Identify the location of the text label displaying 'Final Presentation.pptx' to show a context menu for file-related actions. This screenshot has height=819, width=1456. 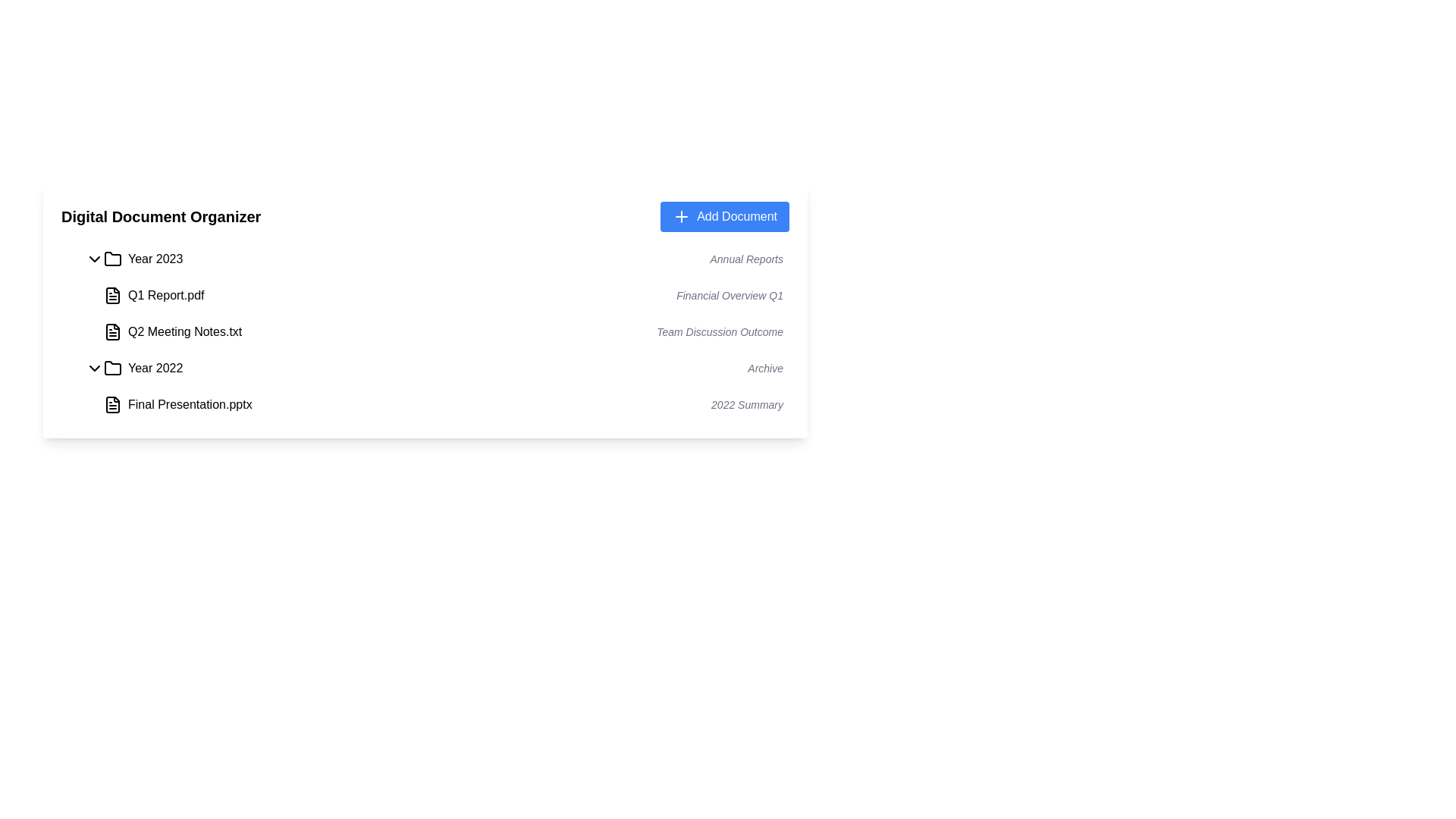
(189, 403).